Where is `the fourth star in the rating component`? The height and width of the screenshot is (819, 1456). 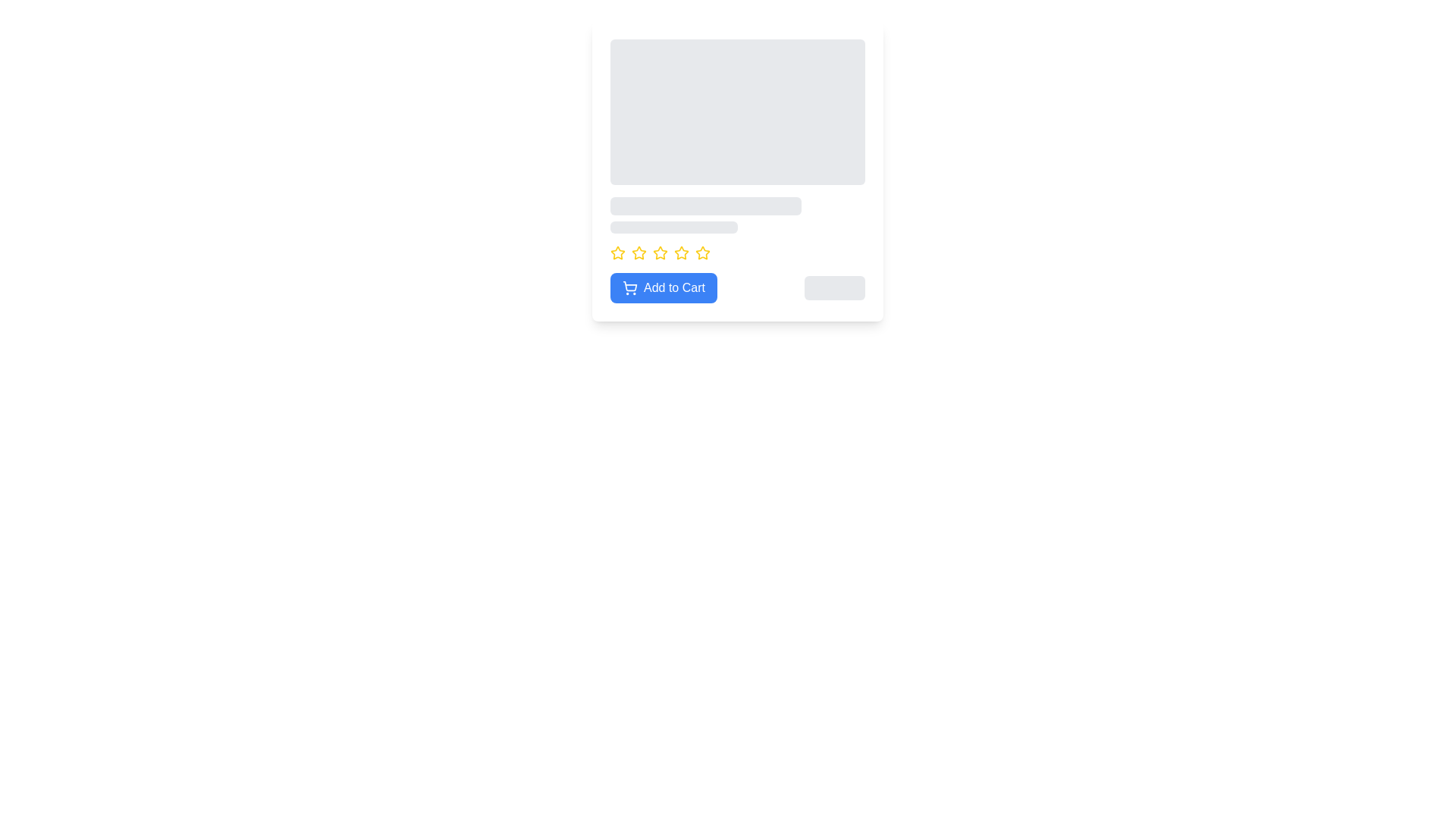 the fourth star in the rating component is located at coordinates (680, 252).